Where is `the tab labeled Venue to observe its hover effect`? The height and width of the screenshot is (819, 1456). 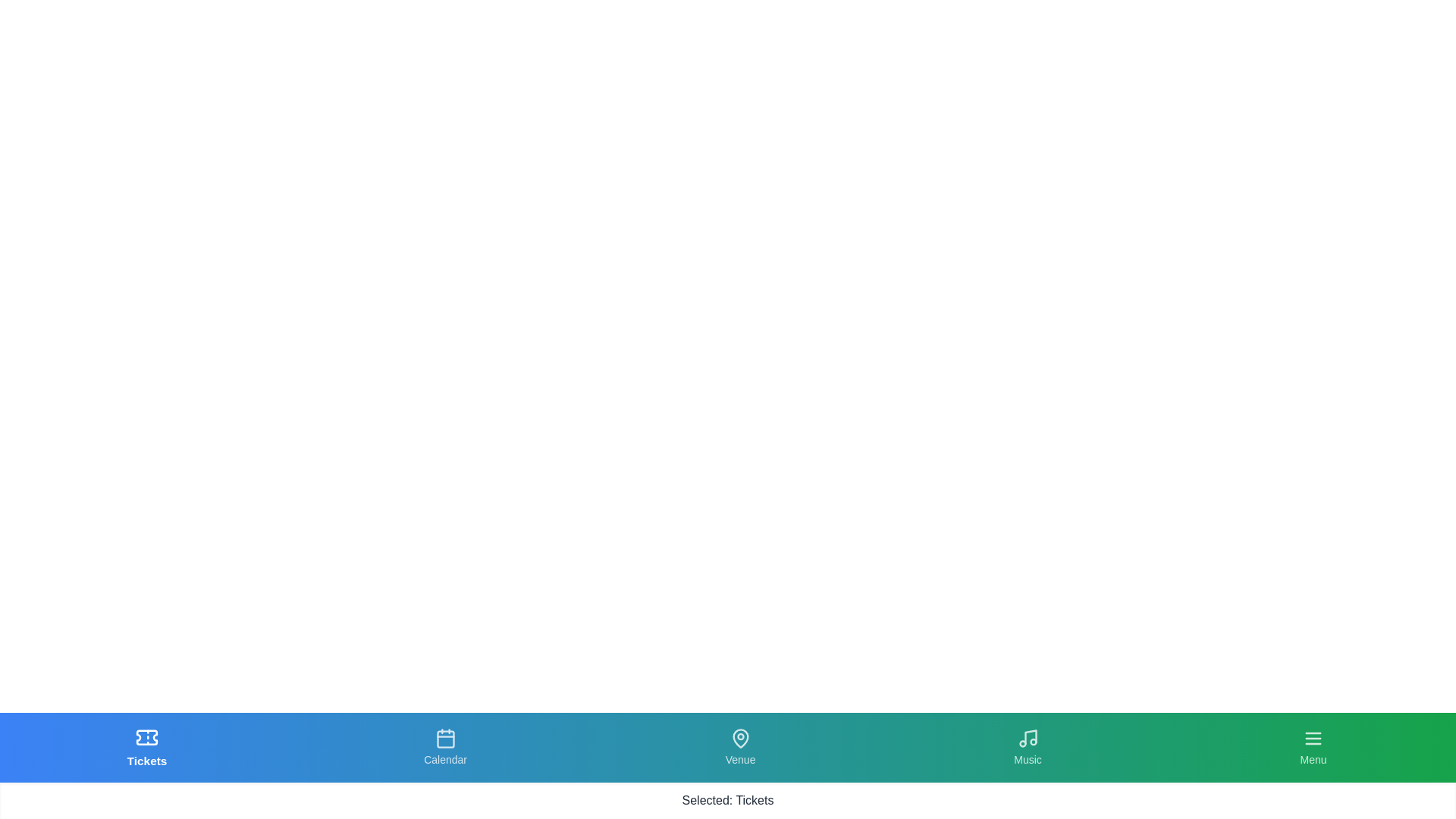
the tab labeled Venue to observe its hover effect is located at coordinates (740, 747).